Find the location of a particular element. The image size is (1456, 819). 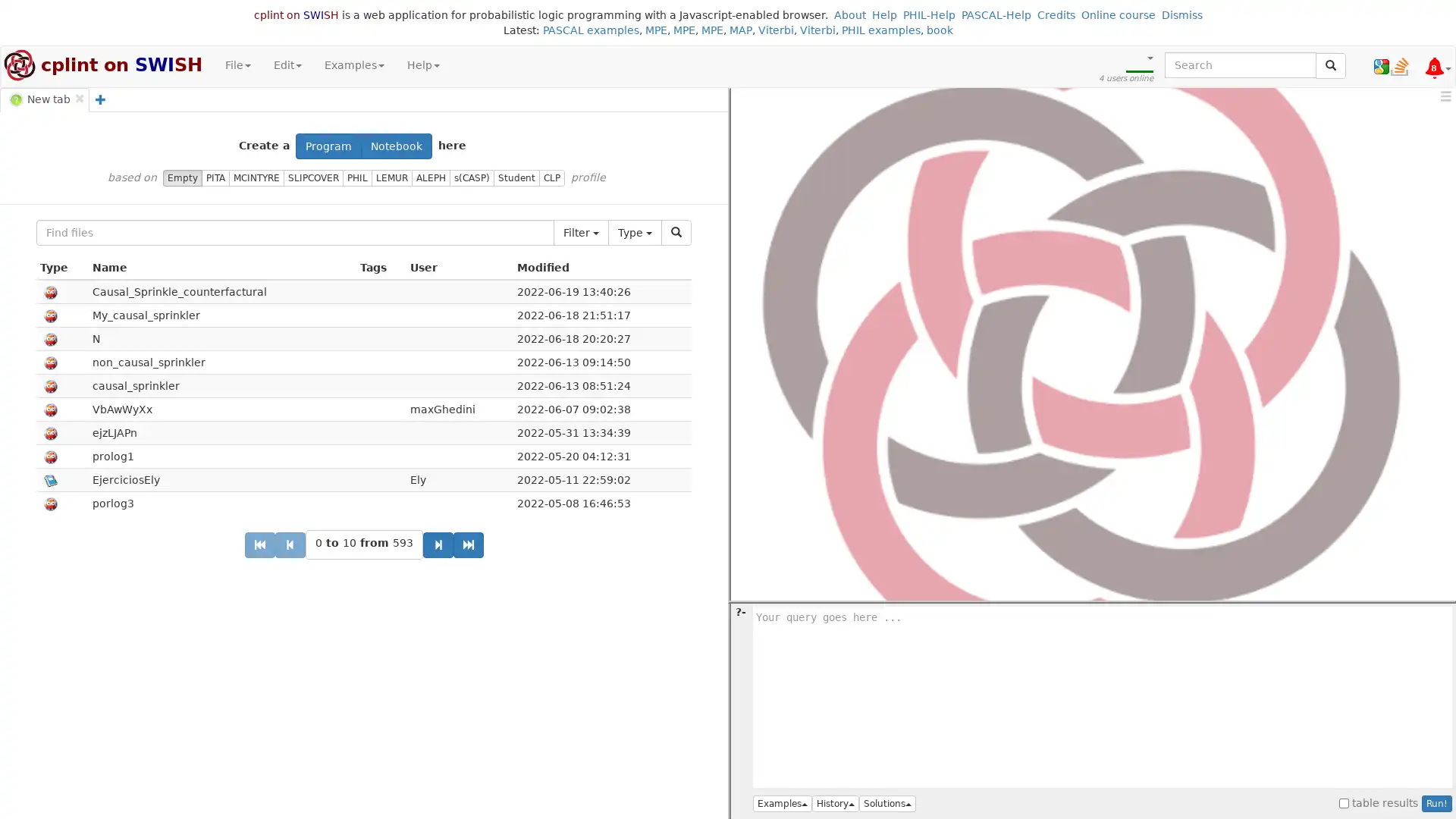

History is located at coordinates (835, 803).